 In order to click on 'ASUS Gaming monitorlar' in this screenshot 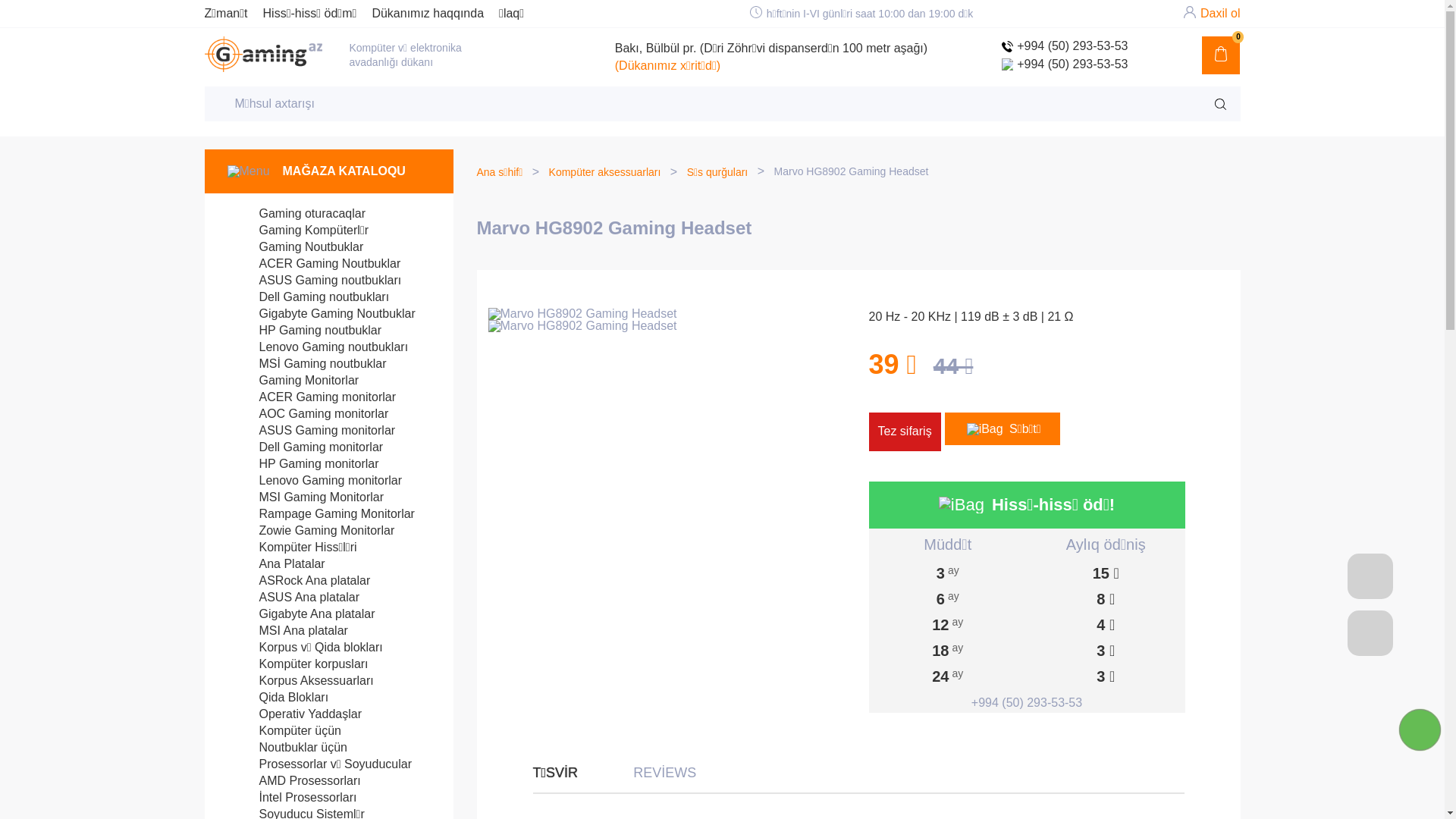, I will do `click(311, 430)`.